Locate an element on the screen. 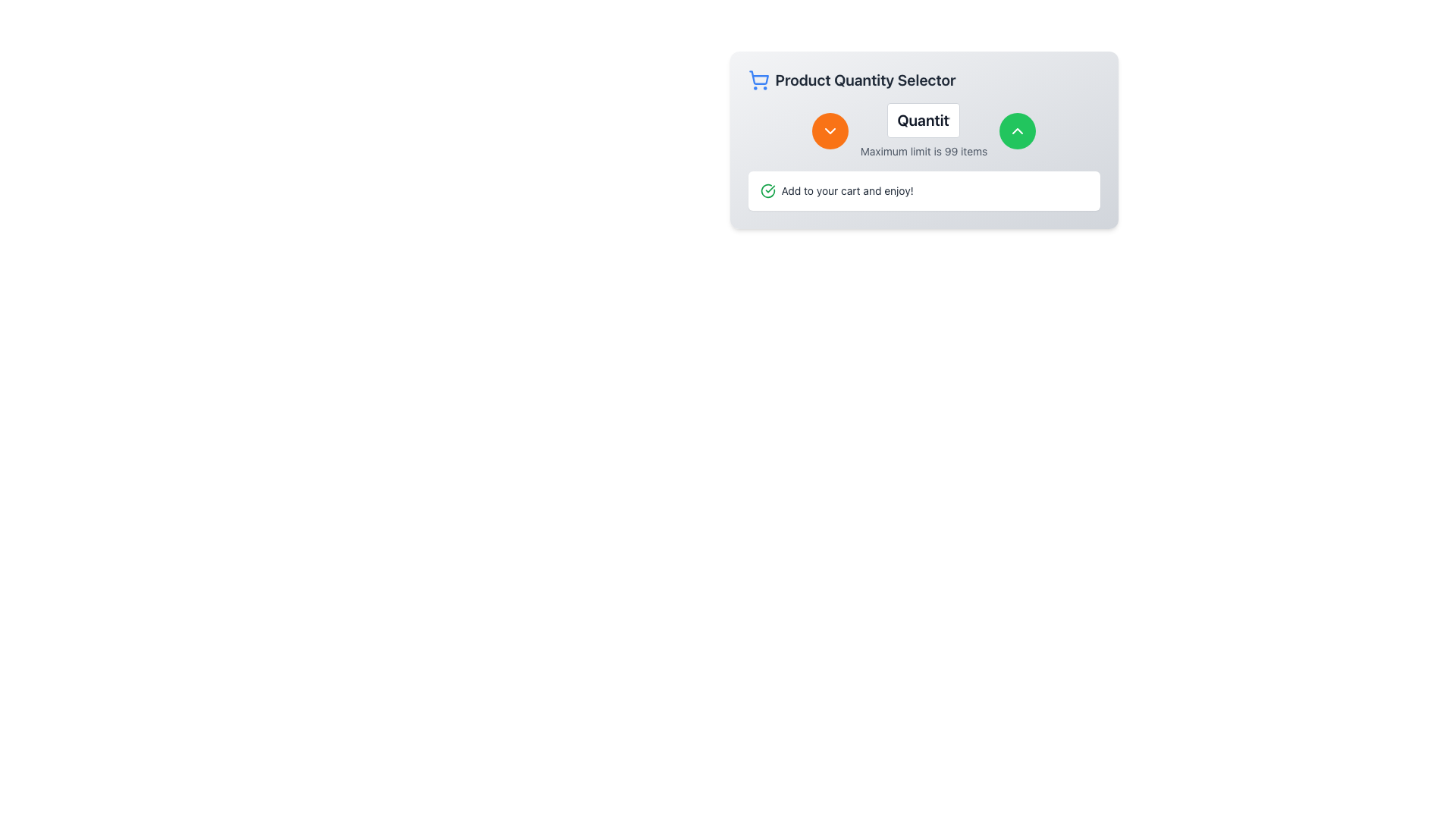 Image resolution: width=1456 pixels, height=819 pixels. displayed information from the Static Text that informs users of the maximum allowable quantity below the quantity input field is located at coordinates (923, 152).